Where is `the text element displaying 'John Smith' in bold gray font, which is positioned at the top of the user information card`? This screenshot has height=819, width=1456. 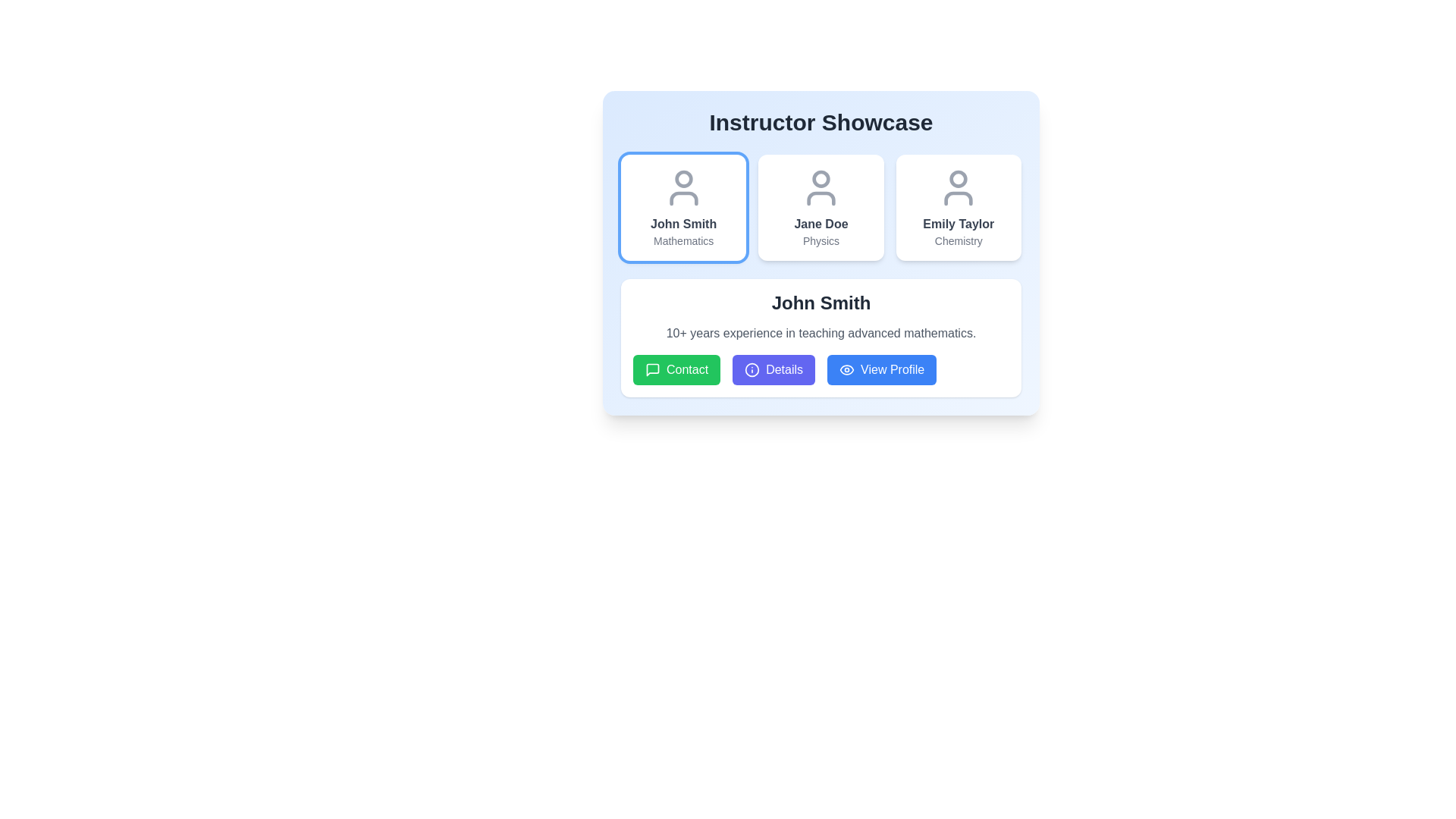
the text element displaying 'John Smith' in bold gray font, which is positioned at the top of the user information card is located at coordinates (682, 224).